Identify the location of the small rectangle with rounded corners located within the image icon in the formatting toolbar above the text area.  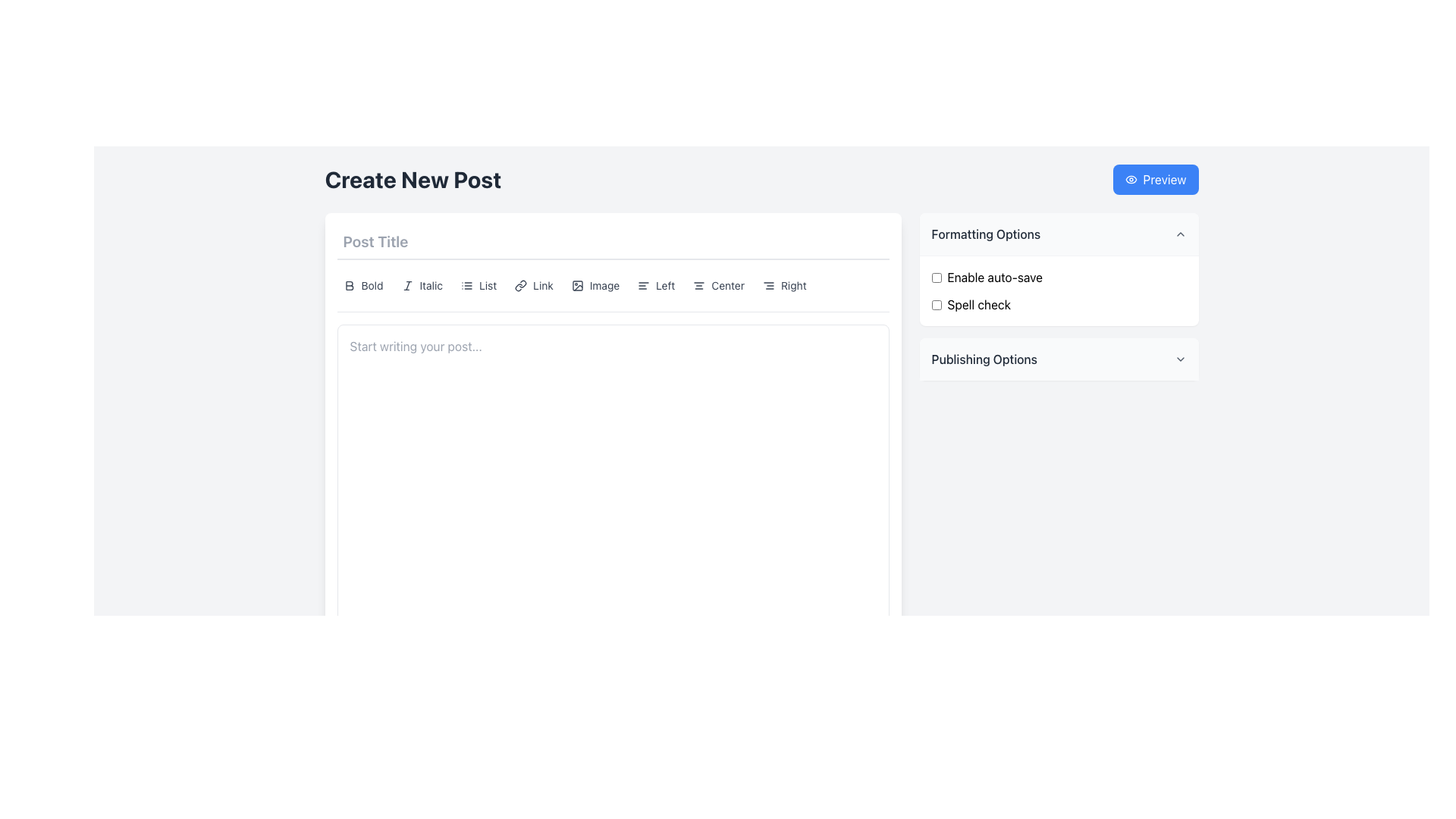
(576, 286).